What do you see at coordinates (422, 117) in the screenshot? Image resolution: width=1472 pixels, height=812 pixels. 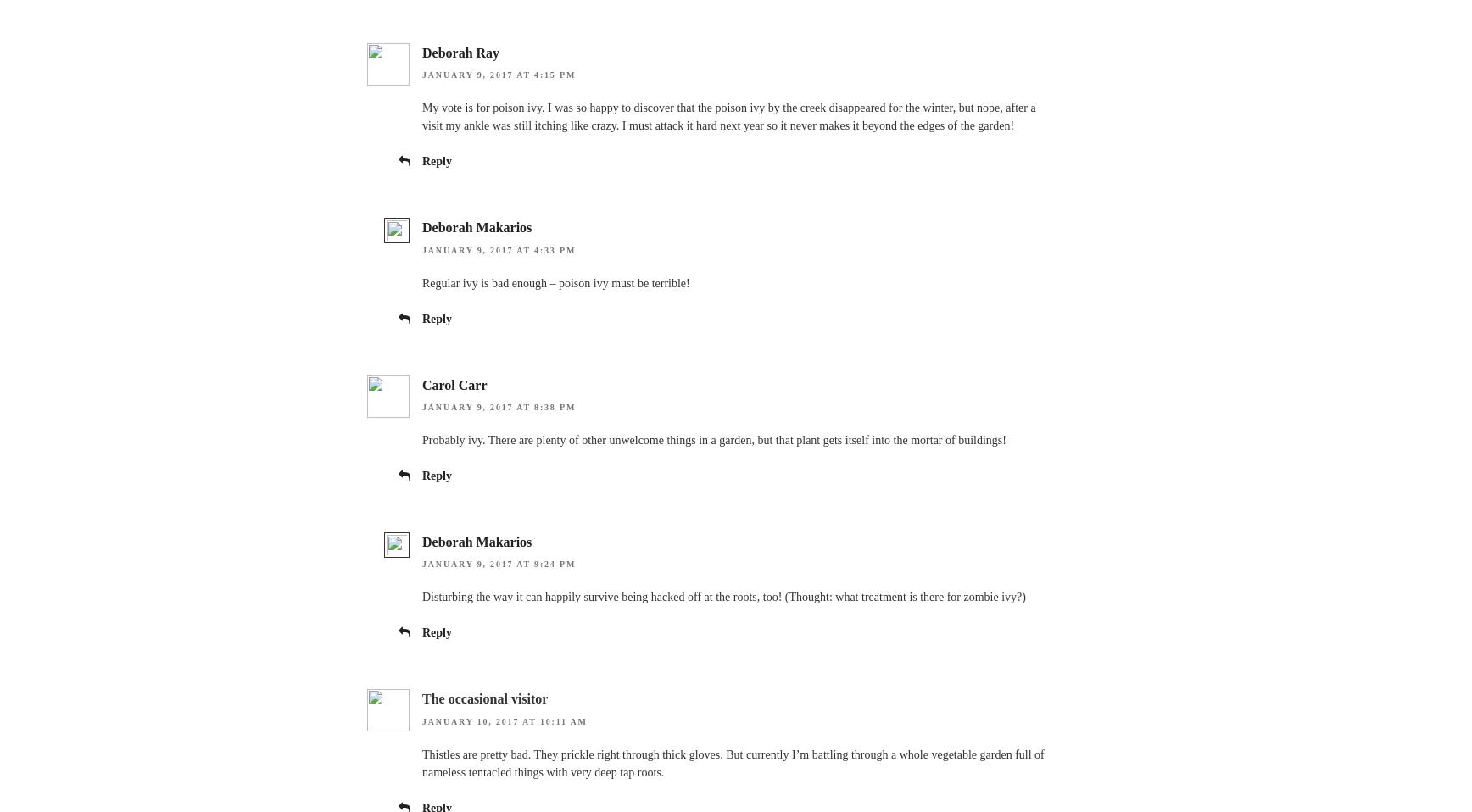 I see `'My vote is for poison ivy. I was so happy to discover that the poison ivy by the creek disappeared for the winter, but nope, after a visit my ankle was still itching like crazy. I must attack it hard next year so it never makes it beyond the edges of the garden!'` at bounding box center [422, 117].